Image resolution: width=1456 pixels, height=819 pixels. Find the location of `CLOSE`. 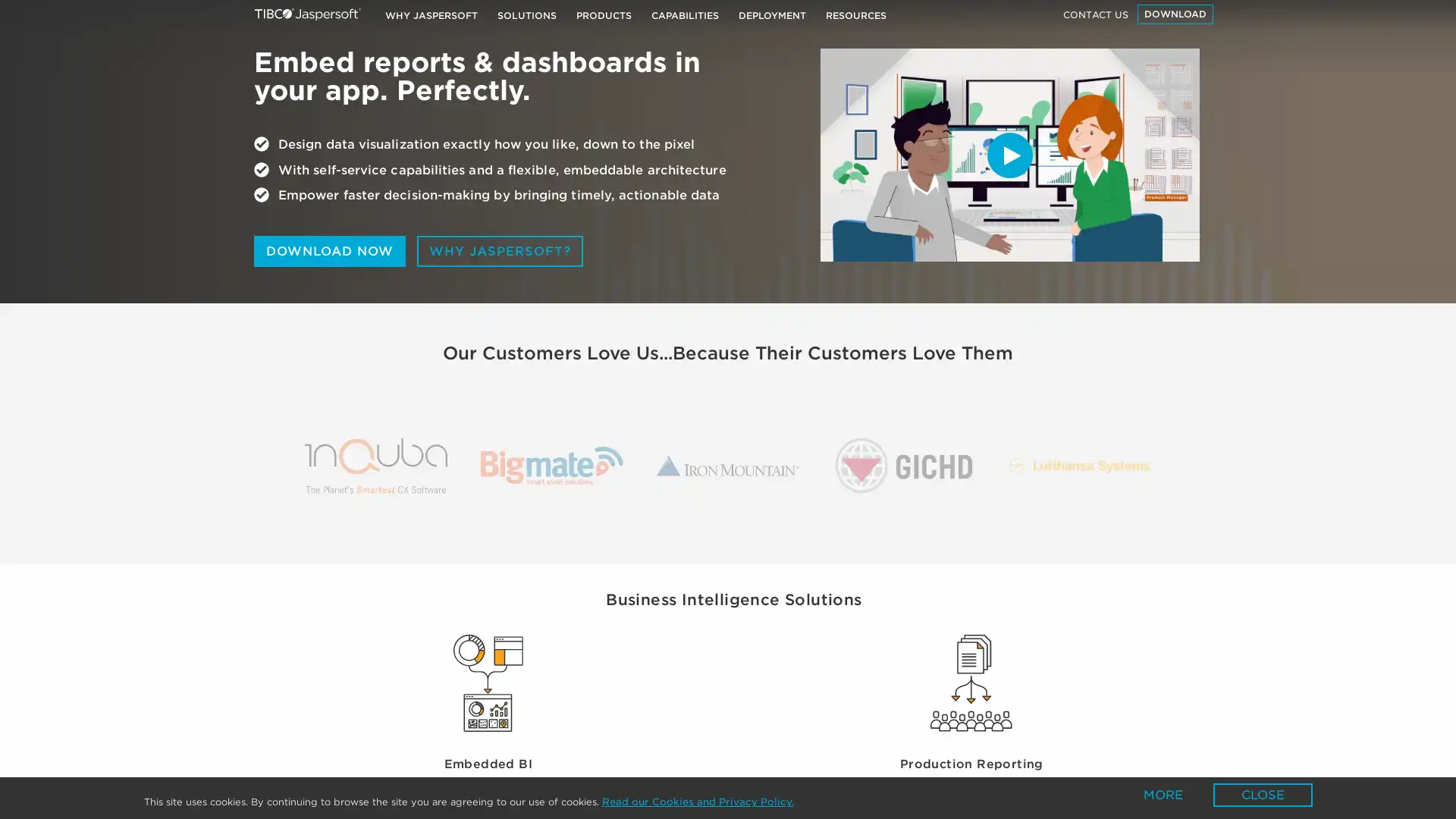

CLOSE is located at coordinates (1262, 794).